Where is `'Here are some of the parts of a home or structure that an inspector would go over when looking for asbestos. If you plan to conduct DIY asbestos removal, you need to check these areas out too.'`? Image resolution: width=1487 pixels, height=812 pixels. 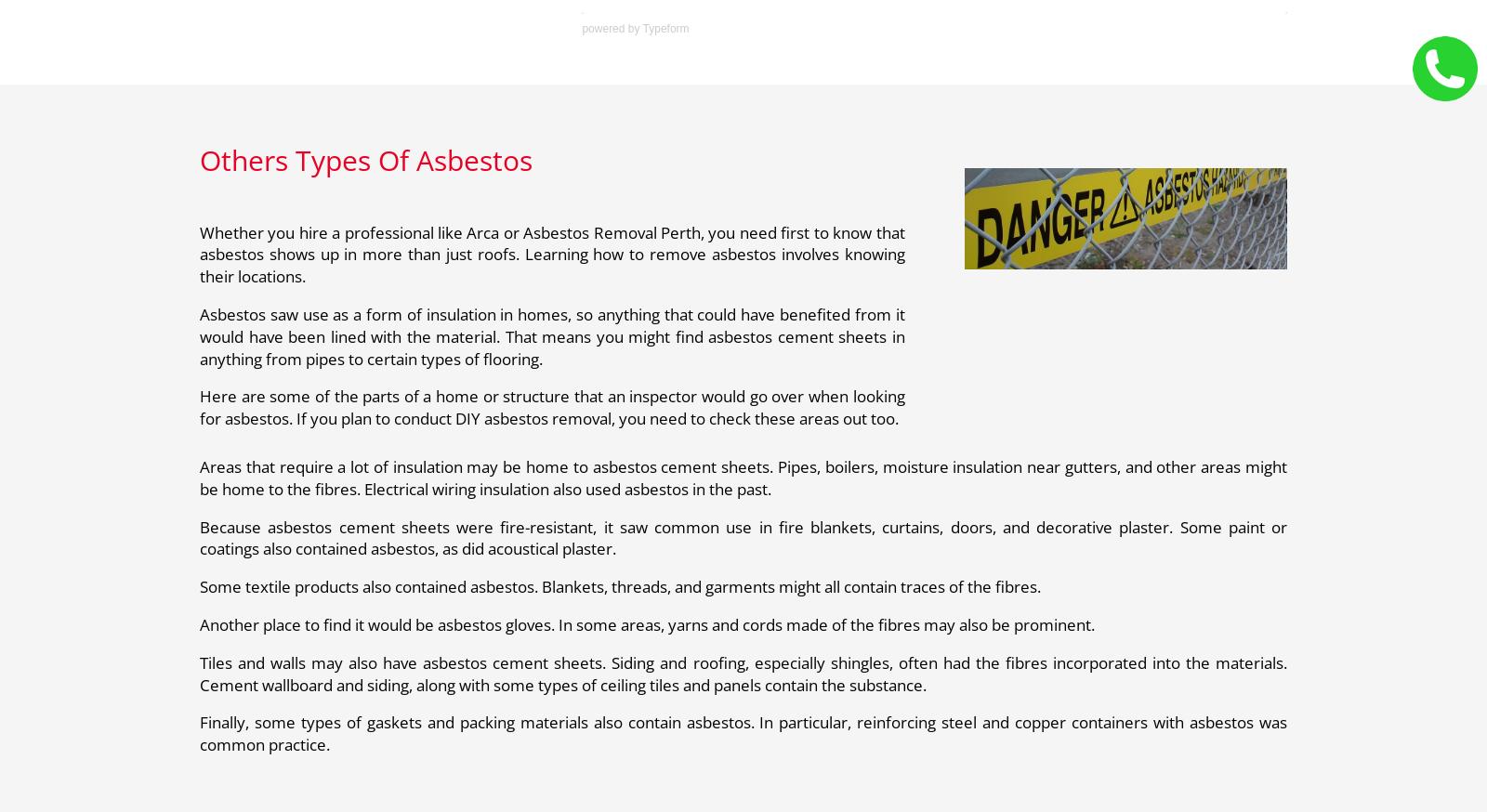
'Here are some of the parts of a home or structure that an inspector would go over when looking for asbestos. If you plan to conduct DIY asbestos removal, you need to check these areas out too.' is located at coordinates (551, 406).